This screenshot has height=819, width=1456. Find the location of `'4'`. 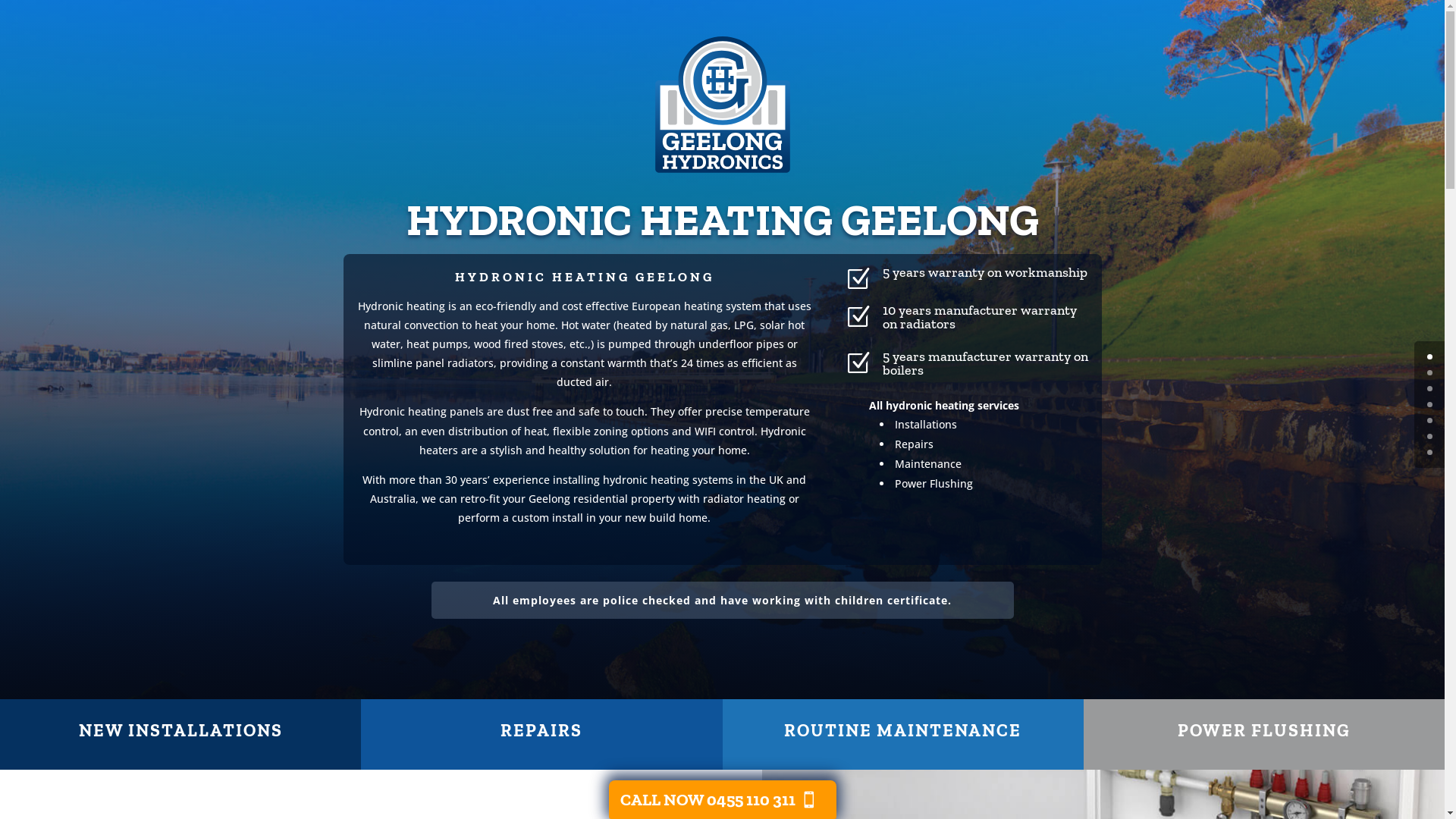

'4' is located at coordinates (1429, 420).